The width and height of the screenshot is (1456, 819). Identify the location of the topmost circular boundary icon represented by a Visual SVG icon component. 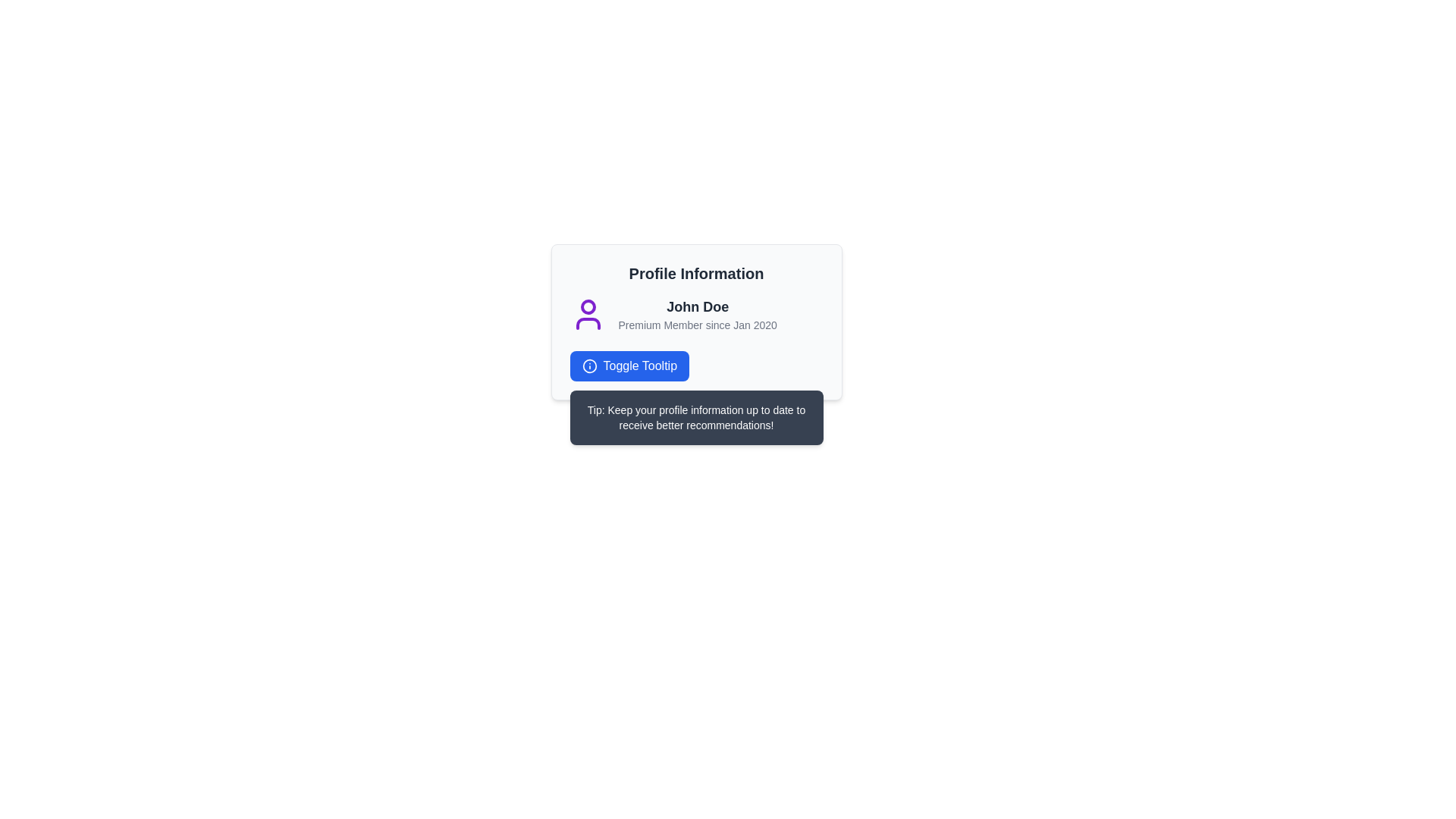
(588, 366).